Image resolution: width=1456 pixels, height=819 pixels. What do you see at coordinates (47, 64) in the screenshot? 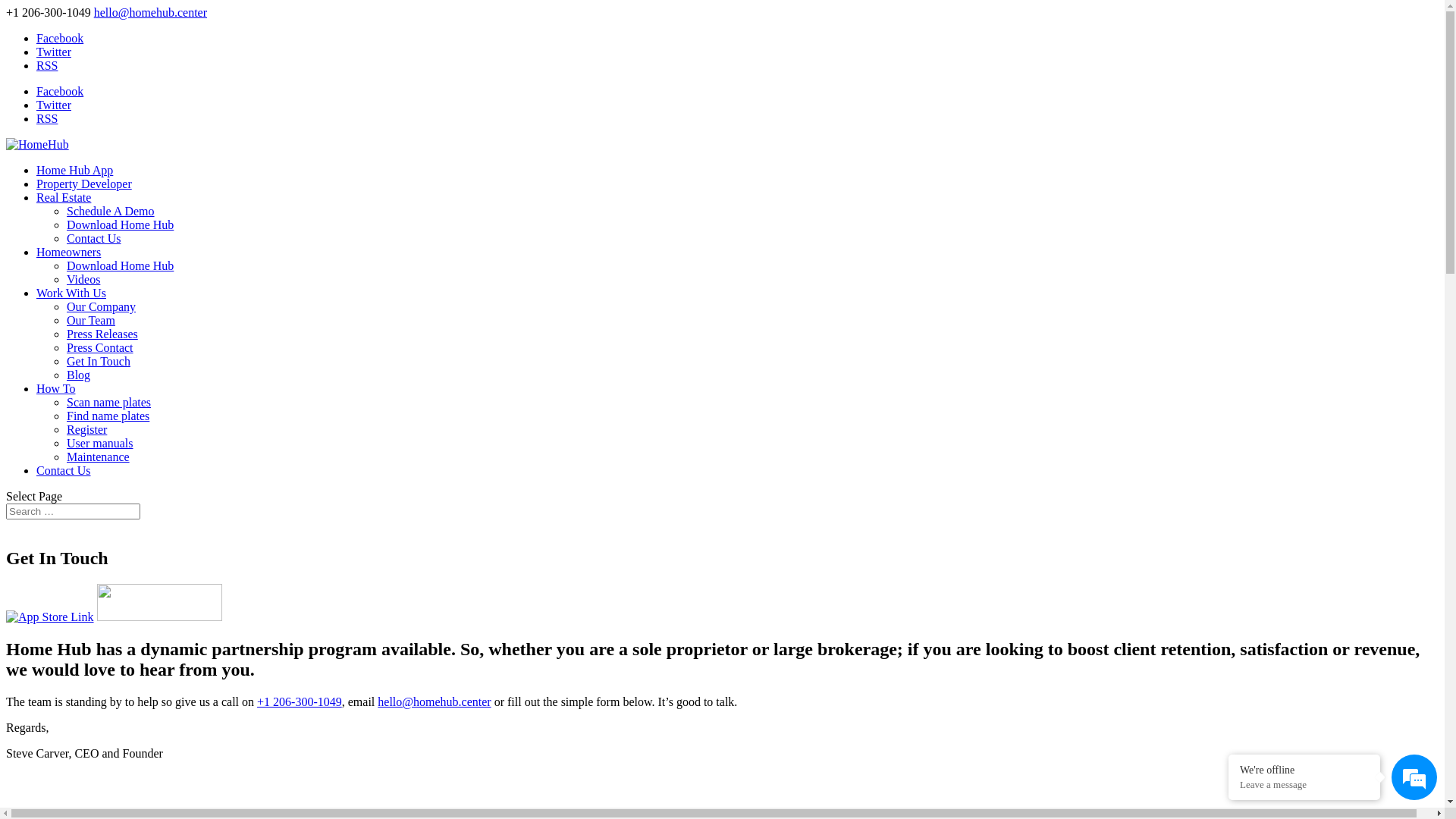
I see `'RSS'` at bounding box center [47, 64].